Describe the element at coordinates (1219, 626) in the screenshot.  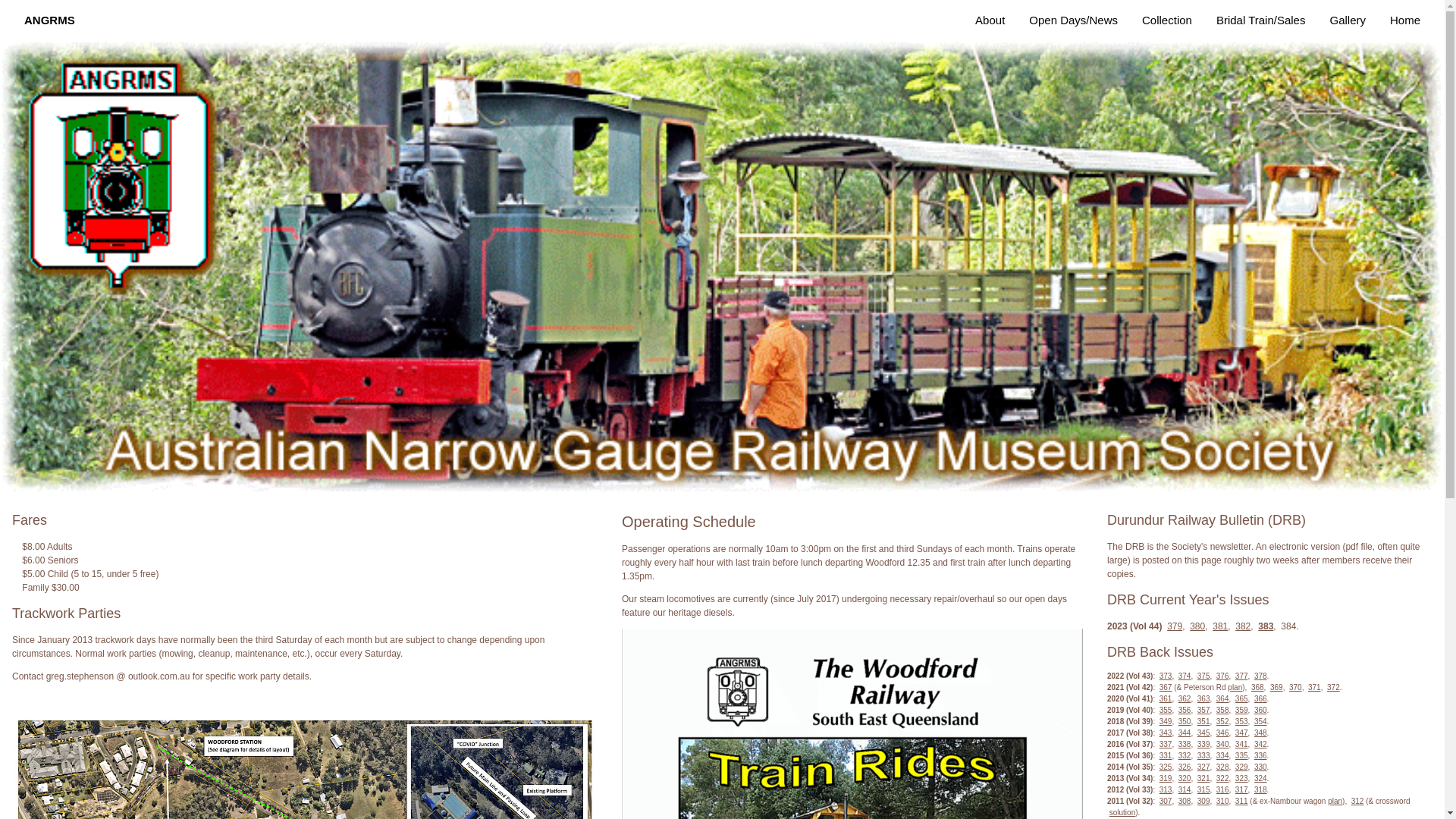
I see `'381'` at that location.